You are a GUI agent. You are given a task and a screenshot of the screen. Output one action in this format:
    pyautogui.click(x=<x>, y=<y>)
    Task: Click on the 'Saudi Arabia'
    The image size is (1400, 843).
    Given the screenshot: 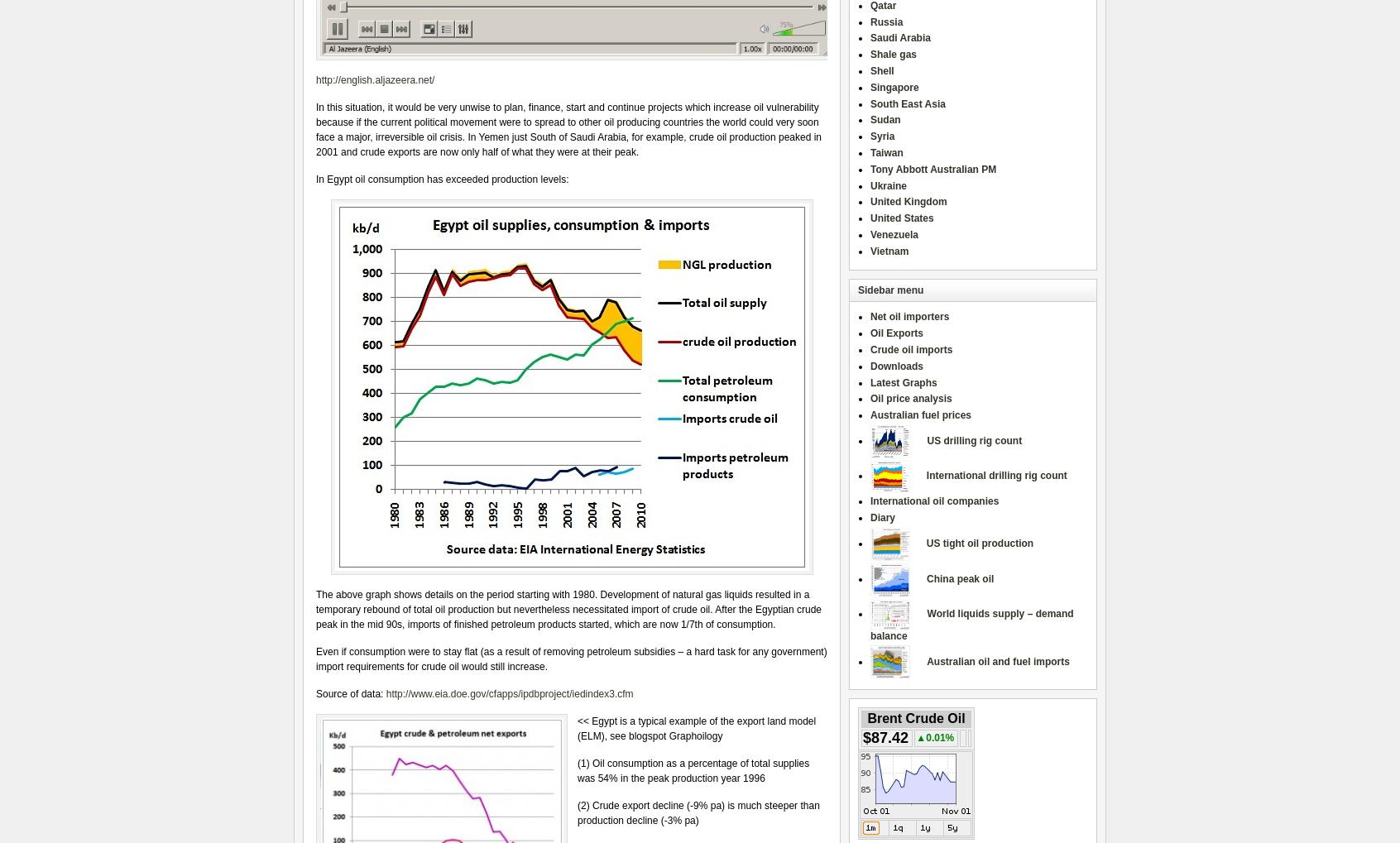 What is the action you would take?
    pyautogui.click(x=899, y=36)
    